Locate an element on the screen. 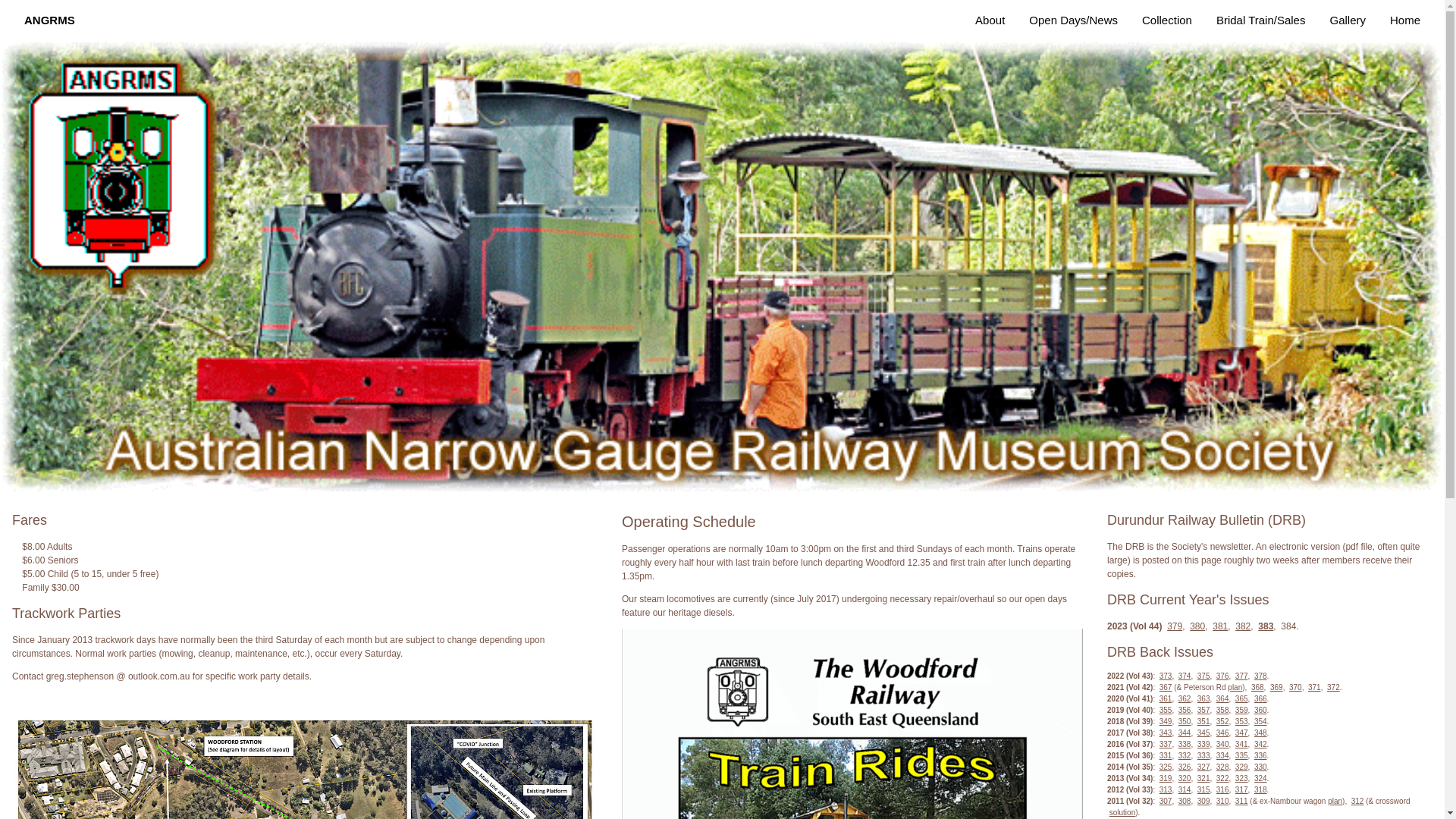  '353' is located at coordinates (1235, 720).